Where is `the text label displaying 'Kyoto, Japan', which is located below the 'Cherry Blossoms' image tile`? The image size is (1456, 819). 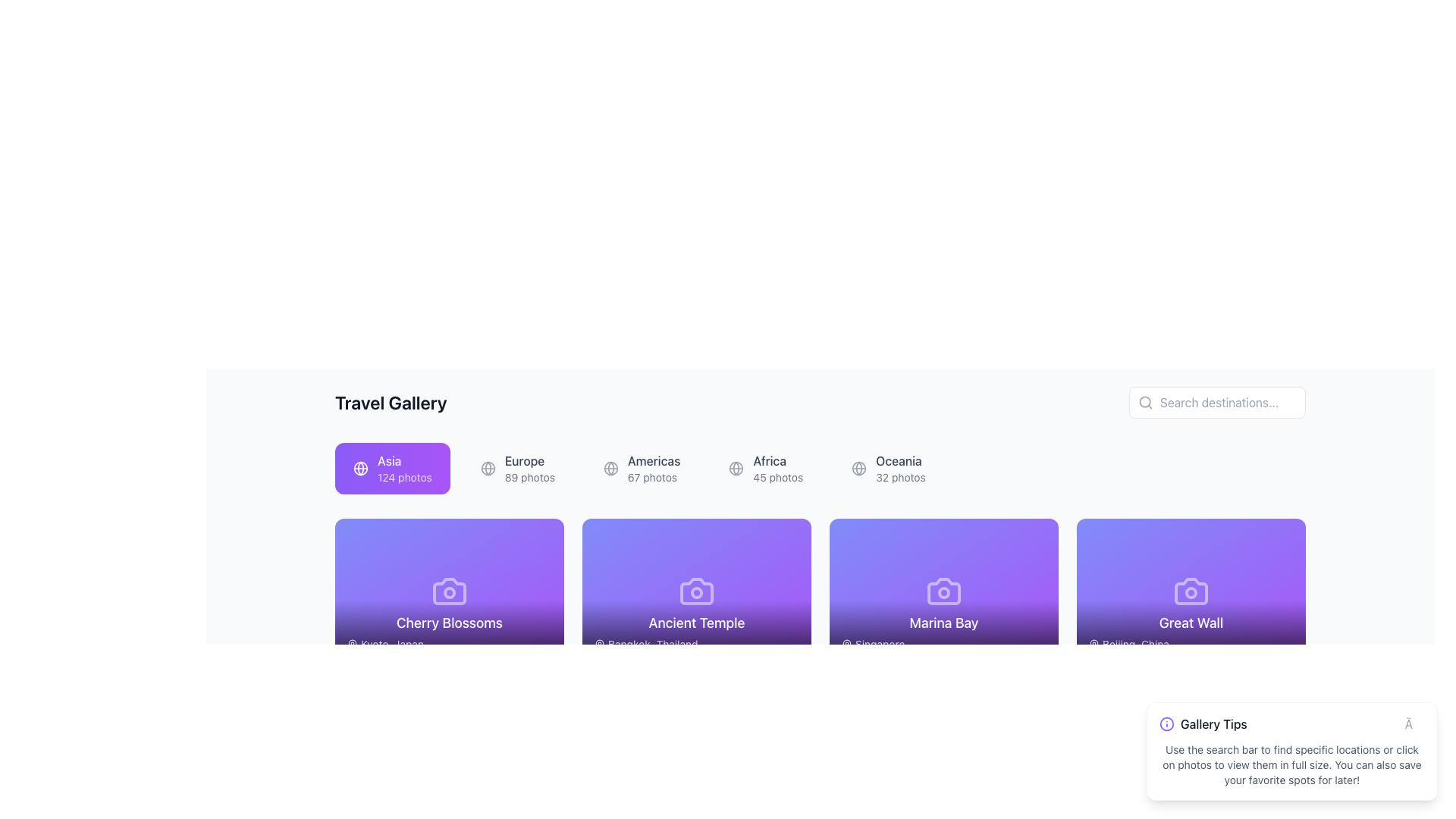
the text label displaying 'Kyoto, Japan', which is located below the 'Cherry Blossoms' image tile is located at coordinates (392, 644).